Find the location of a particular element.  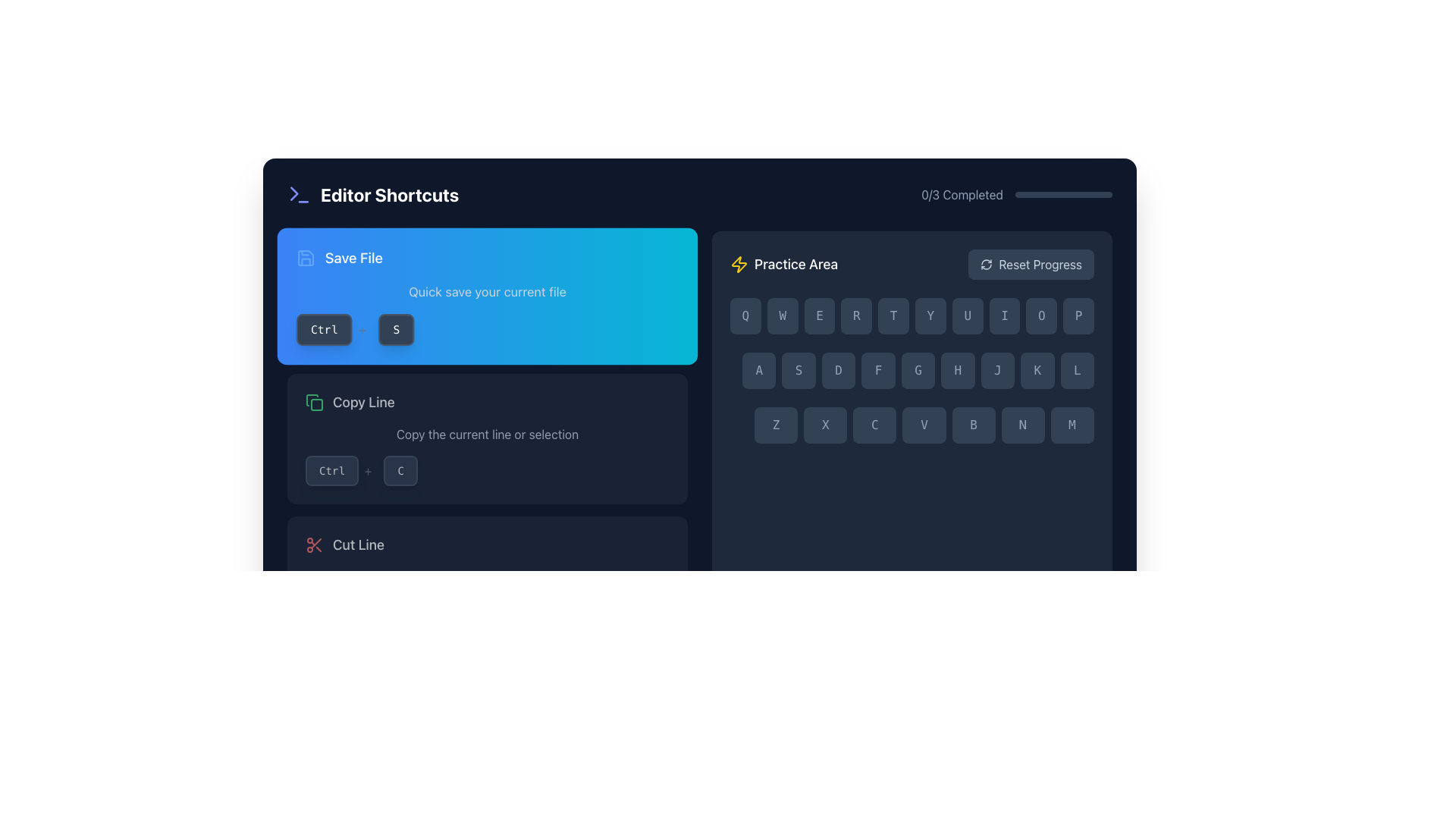

the button representing the letter 'U' in the Practice Area, which is the seventh button in the top row of the keyboard layout is located at coordinates (967, 315).